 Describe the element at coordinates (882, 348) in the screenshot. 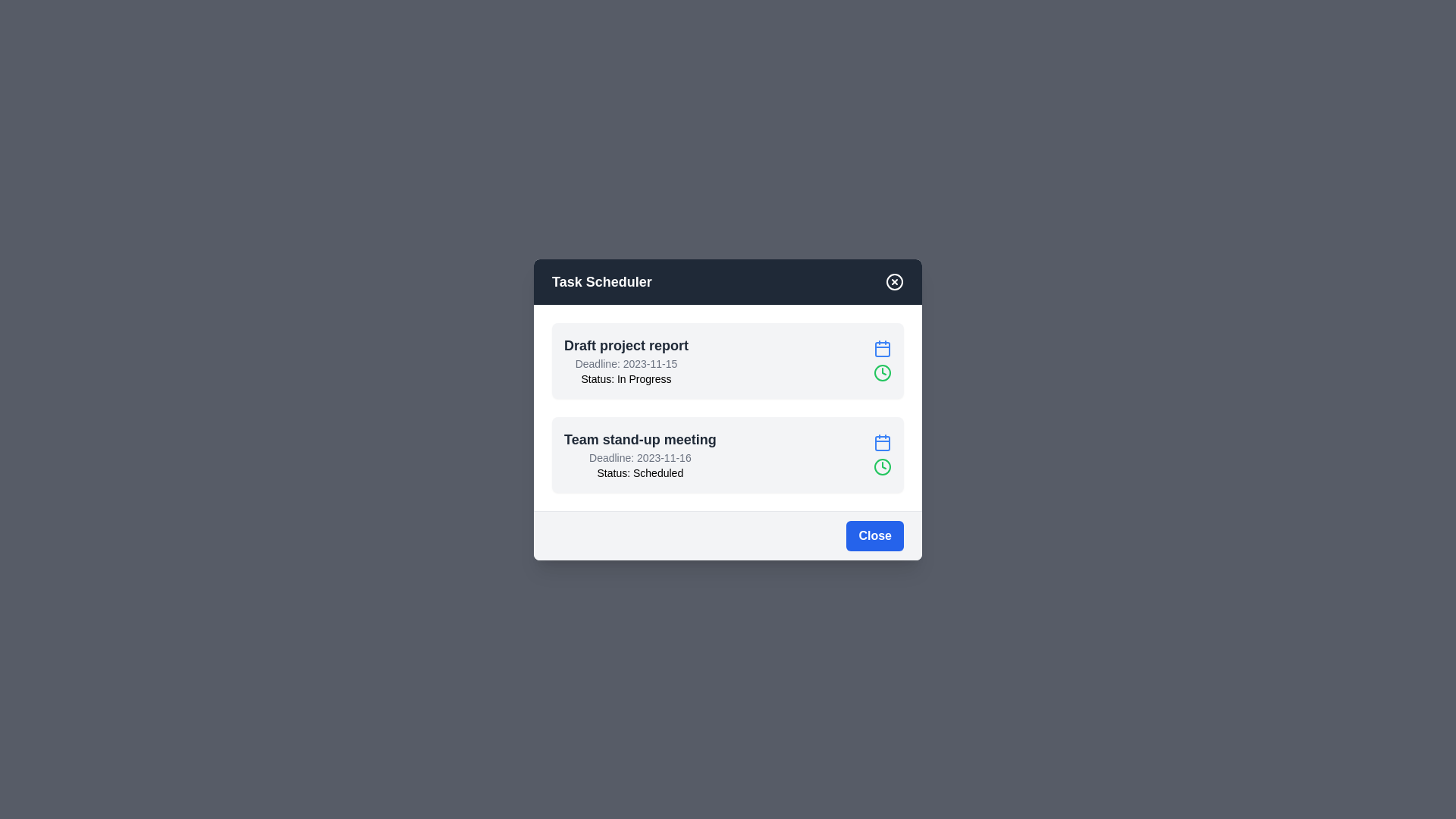

I see `the calendar icon for the task Draft project report` at that location.